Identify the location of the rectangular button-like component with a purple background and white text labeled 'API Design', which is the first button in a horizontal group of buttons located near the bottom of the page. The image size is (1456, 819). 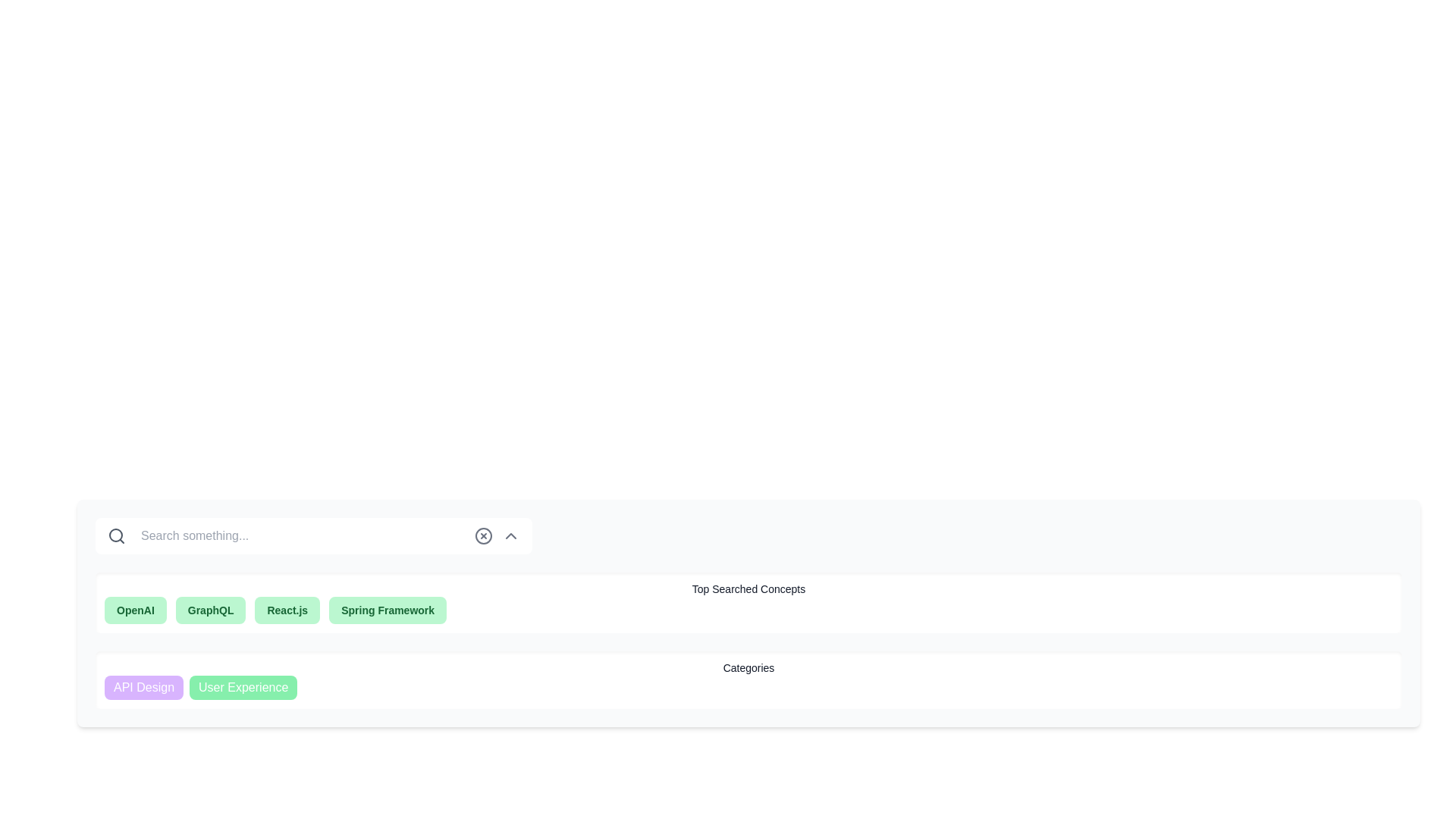
(144, 687).